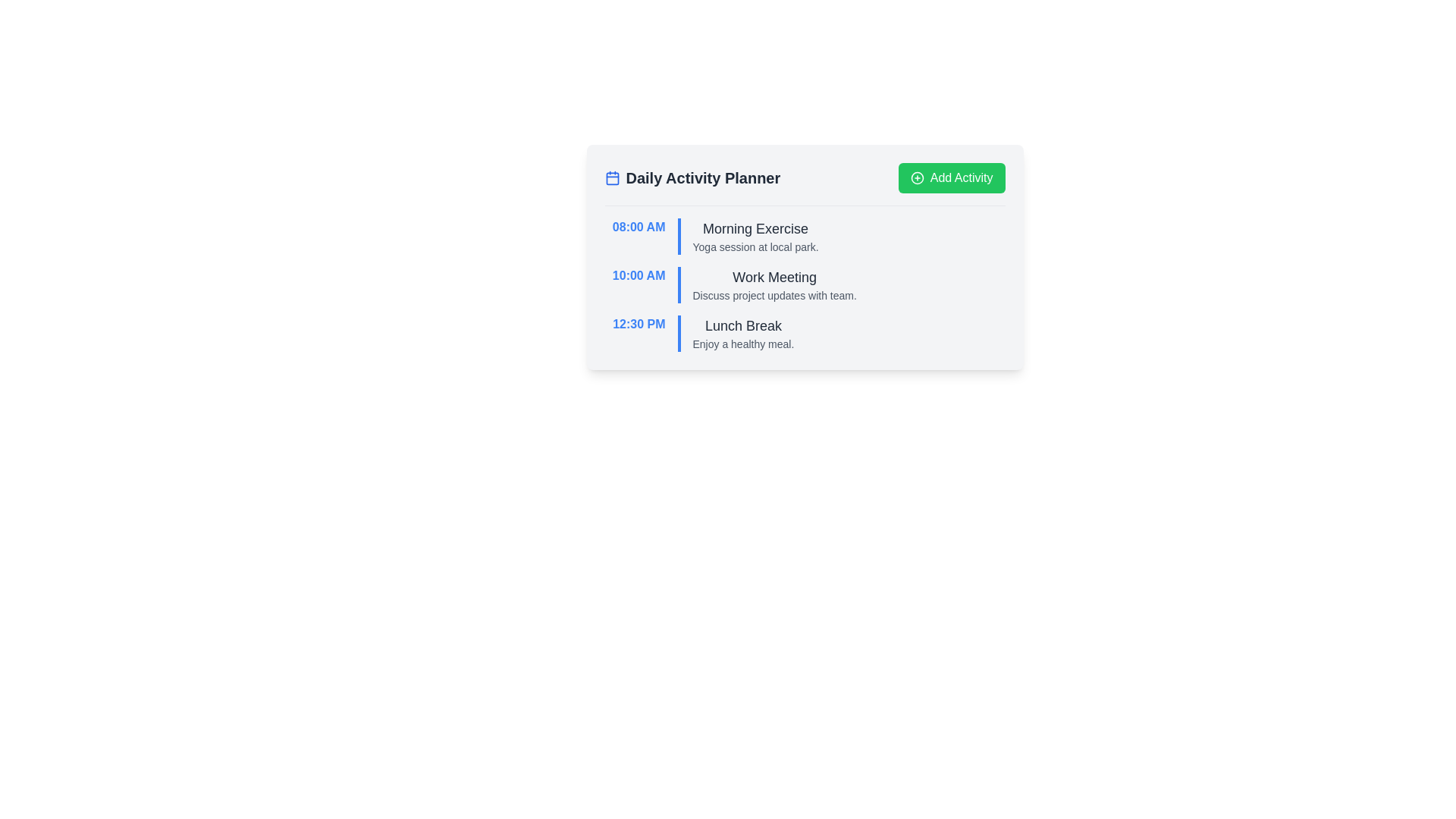  What do you see at coordinates (774, 295) in the screenshot?
I see `the gray text snippet reading 'Discuss project updates with team.' located beneath the title 'Work Meeting' in the '10:00 AM' time block of the planner` at bounding box center [774, 295].